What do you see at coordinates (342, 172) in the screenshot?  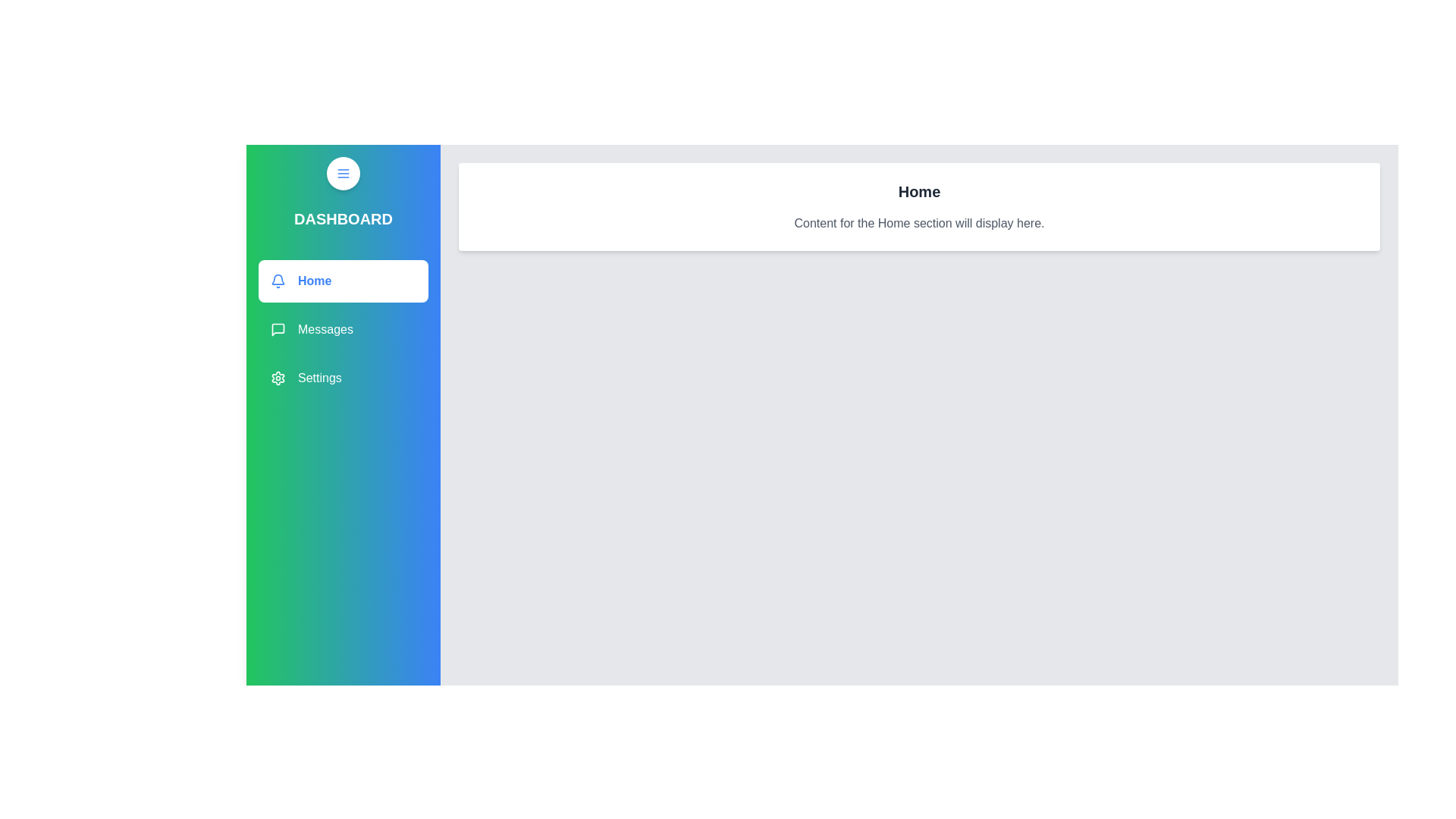 I see `the menu button to toggle the drawer open or closed` at bounding box center [342, 172].